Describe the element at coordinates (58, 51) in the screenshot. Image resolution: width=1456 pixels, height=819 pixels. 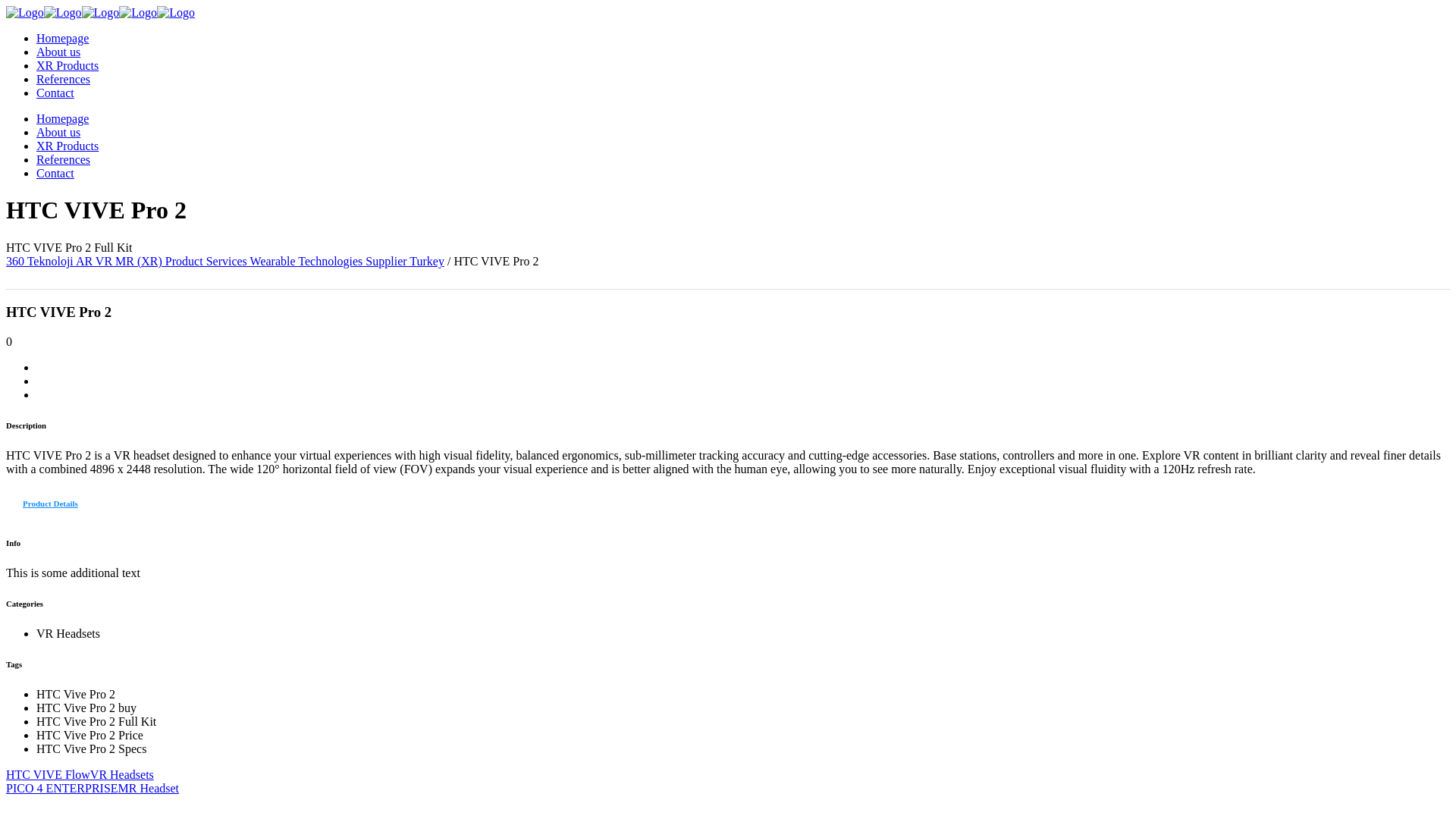
I see `'About us'` at that location.